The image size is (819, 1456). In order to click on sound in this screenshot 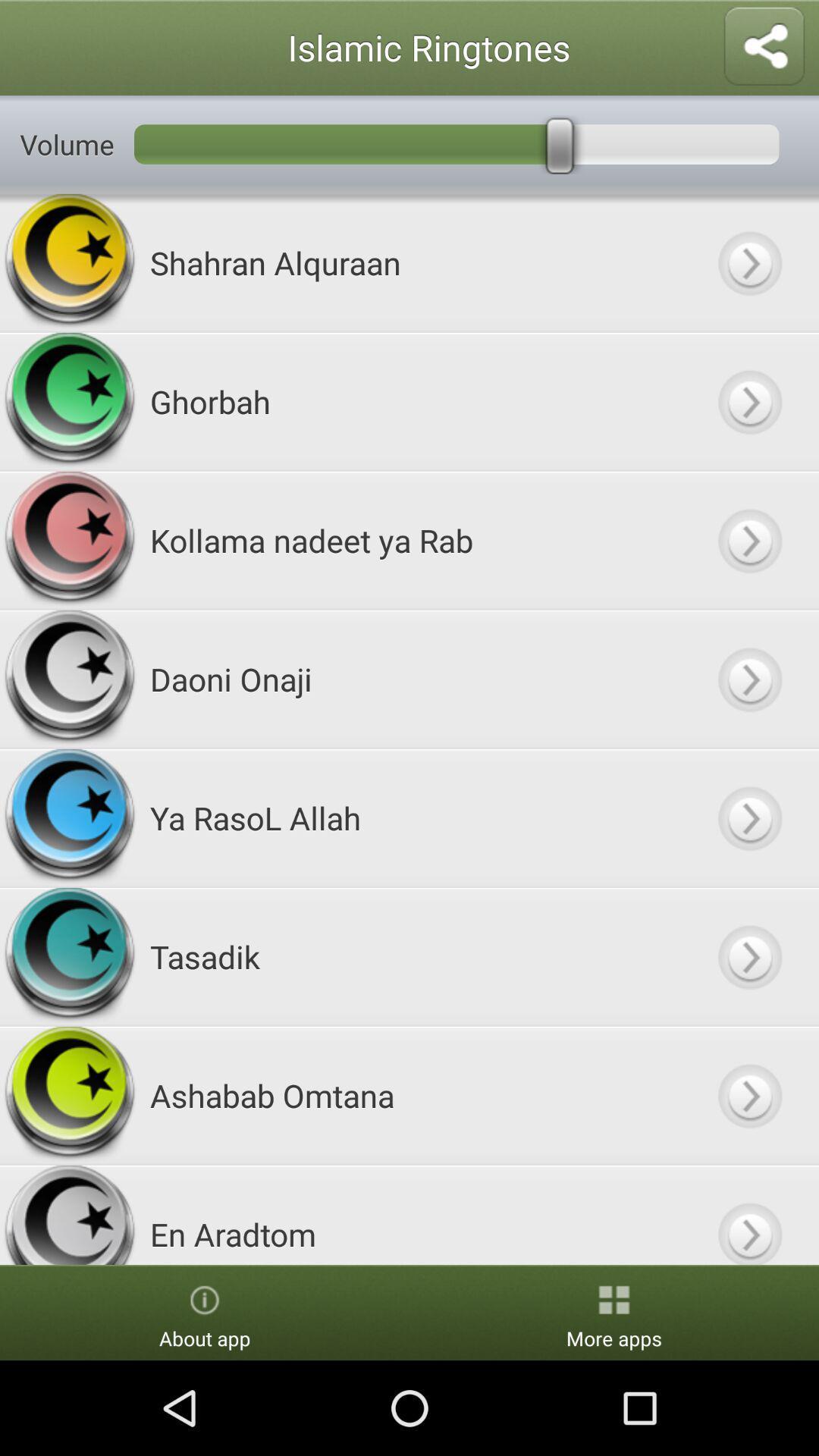, I will do `click(748, 817)`.